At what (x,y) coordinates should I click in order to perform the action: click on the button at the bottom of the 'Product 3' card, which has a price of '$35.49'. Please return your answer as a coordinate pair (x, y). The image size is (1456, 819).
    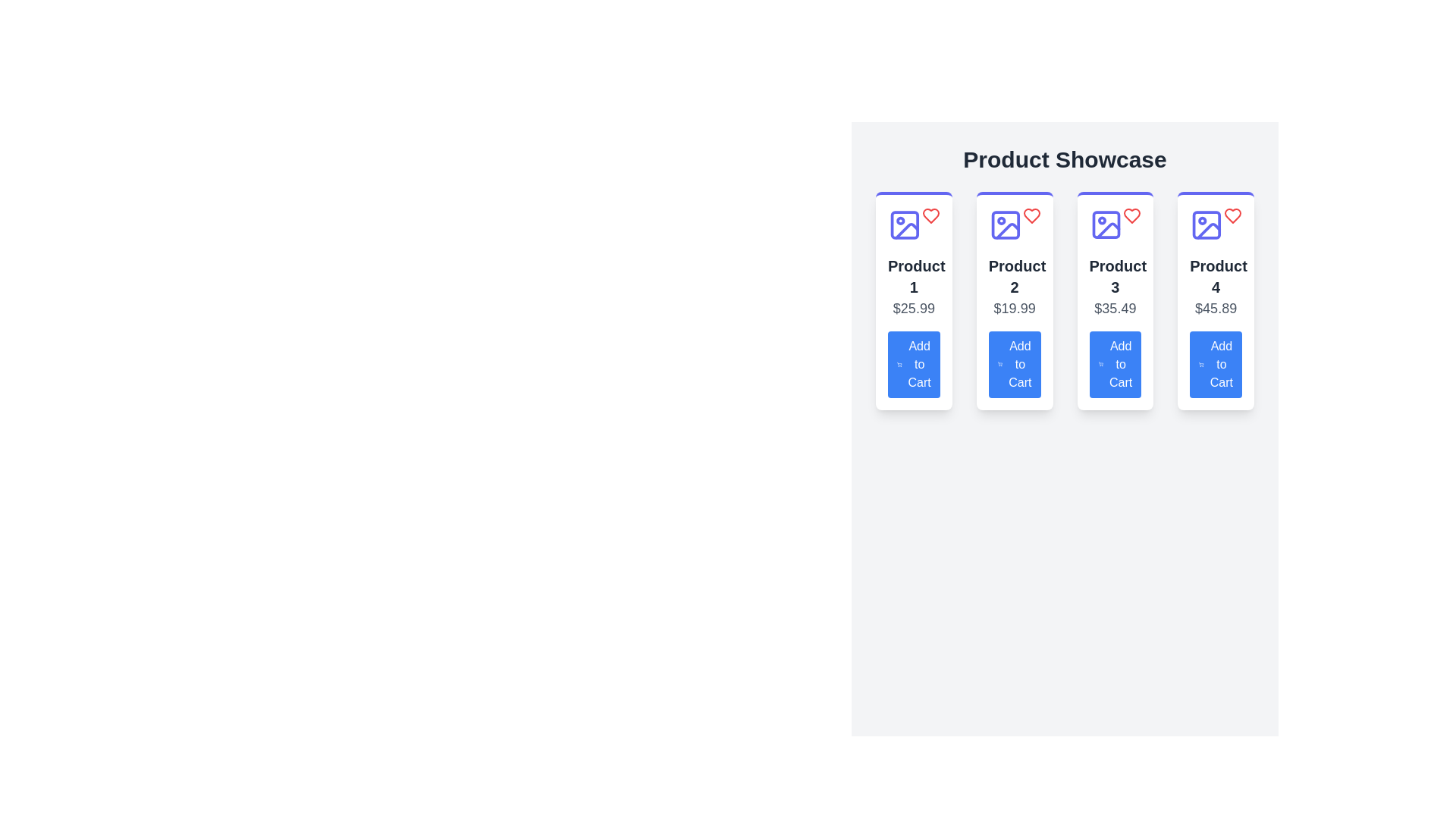
    Looking at the image, I should click on (1115, 365).